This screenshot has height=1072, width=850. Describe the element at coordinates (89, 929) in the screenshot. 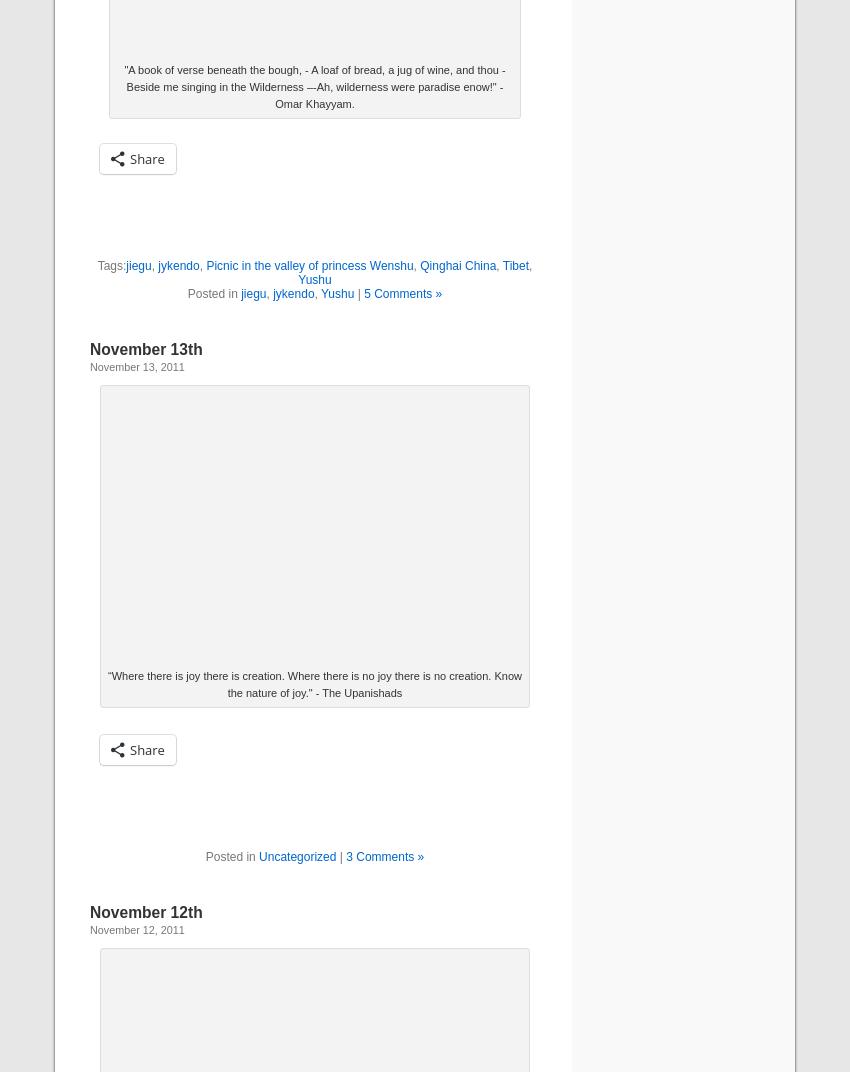

I see `'November 12, 2011'` at that location.